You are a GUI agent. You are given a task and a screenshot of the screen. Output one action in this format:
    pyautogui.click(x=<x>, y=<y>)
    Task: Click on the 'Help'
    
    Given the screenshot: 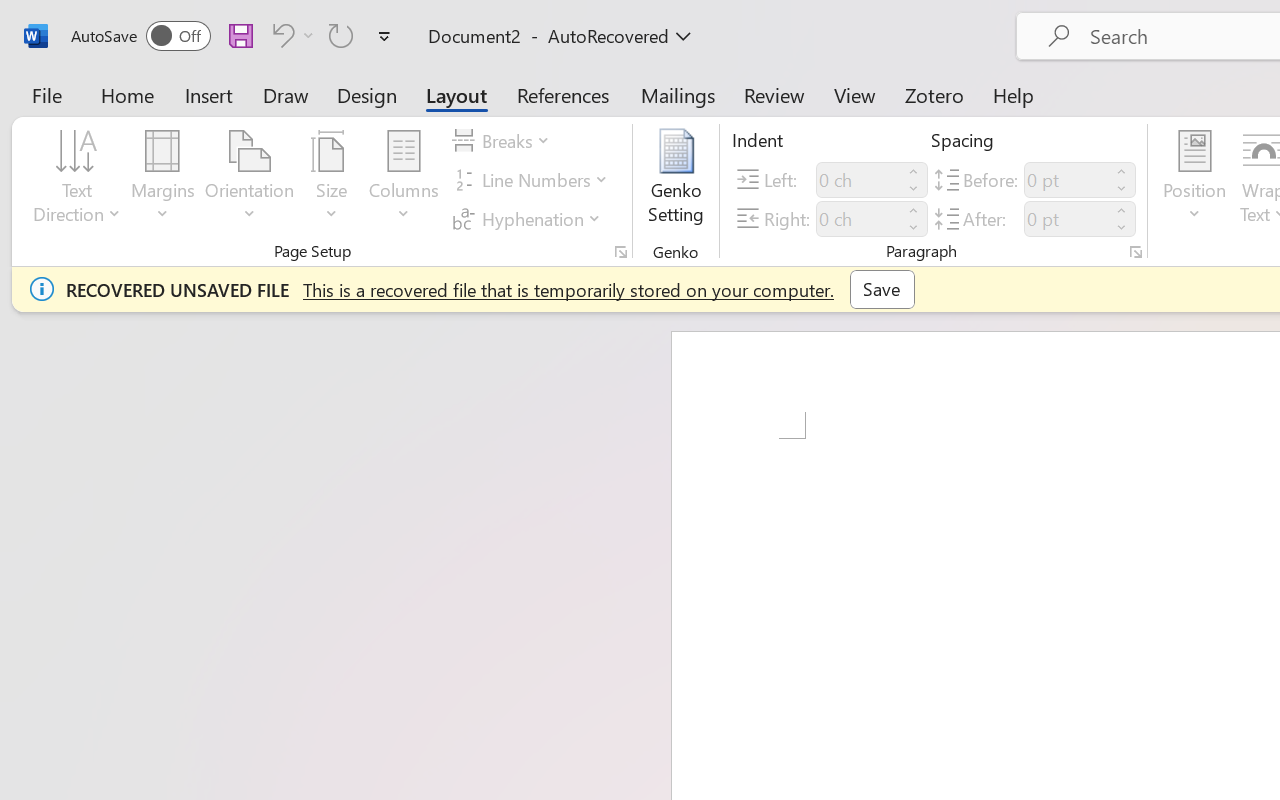 What is the action you would take?
    pyautogui.click(x=1013, y=94)
    